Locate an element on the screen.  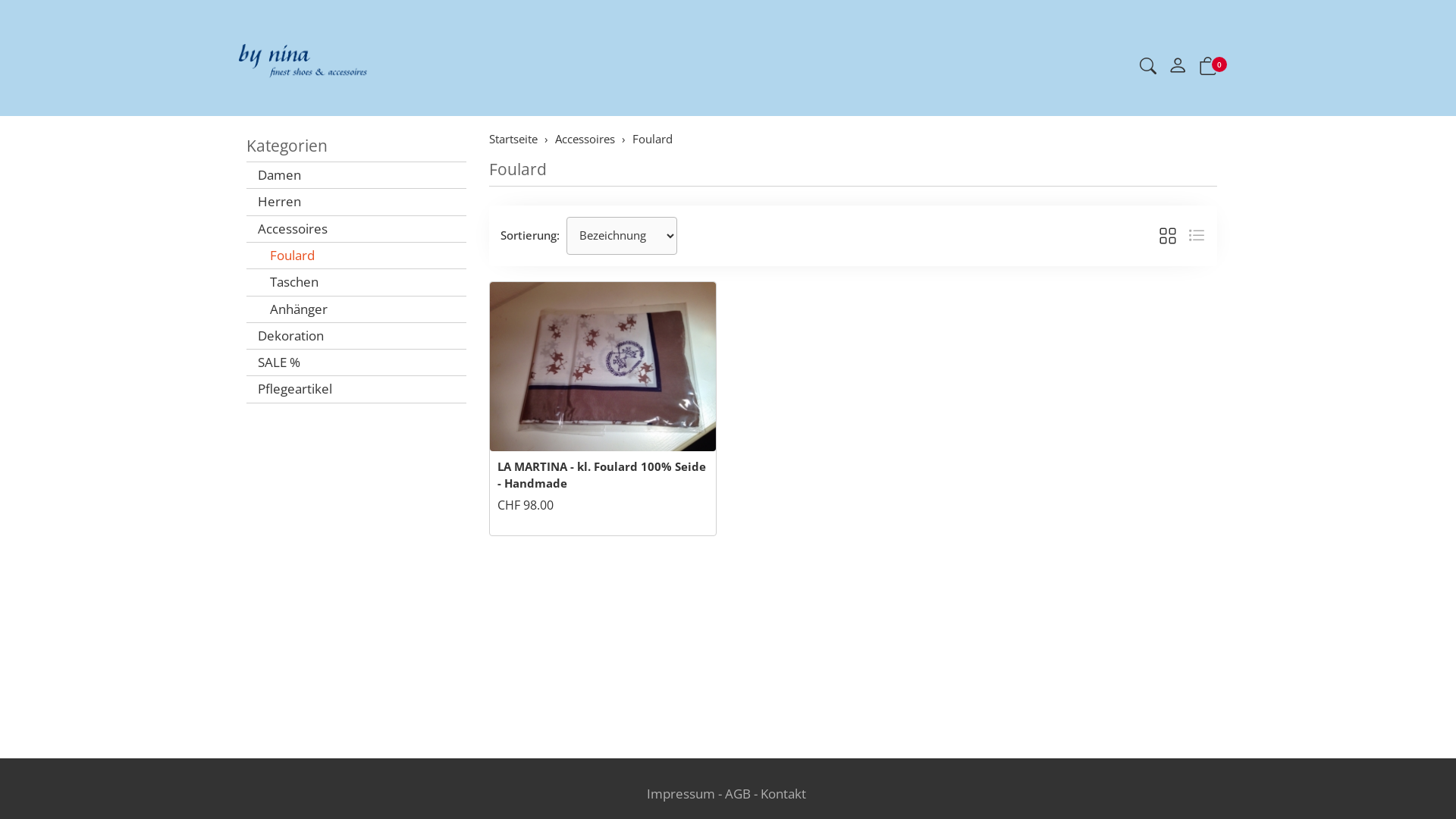
'Startseite' is located at coordinates (513, 138).